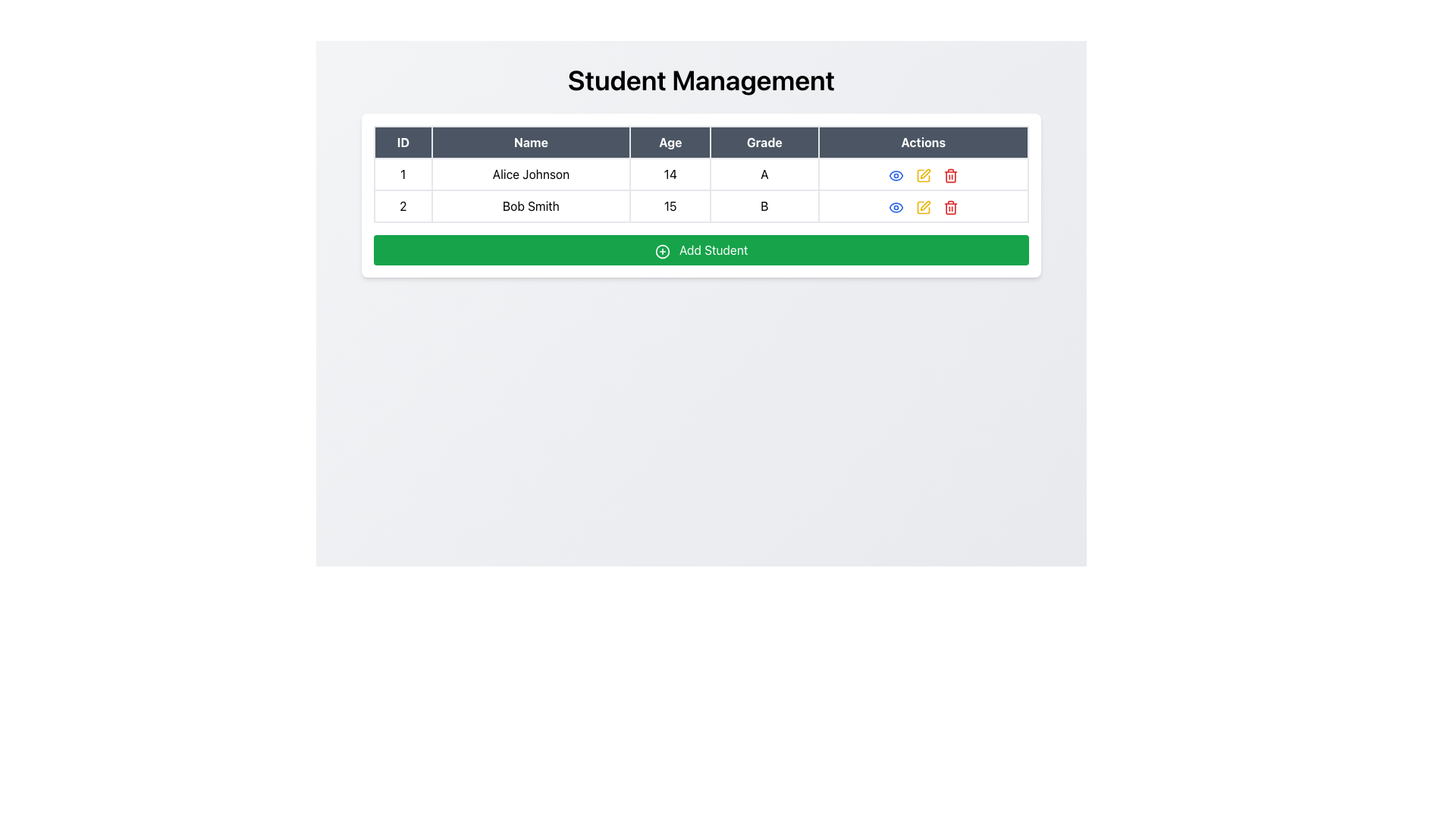 The height and width of the screenshot is (819, 1456). I want to click on the blue eye icon in the 'Actions' column of the second row for 'Bob Smith', so click(896, 174).